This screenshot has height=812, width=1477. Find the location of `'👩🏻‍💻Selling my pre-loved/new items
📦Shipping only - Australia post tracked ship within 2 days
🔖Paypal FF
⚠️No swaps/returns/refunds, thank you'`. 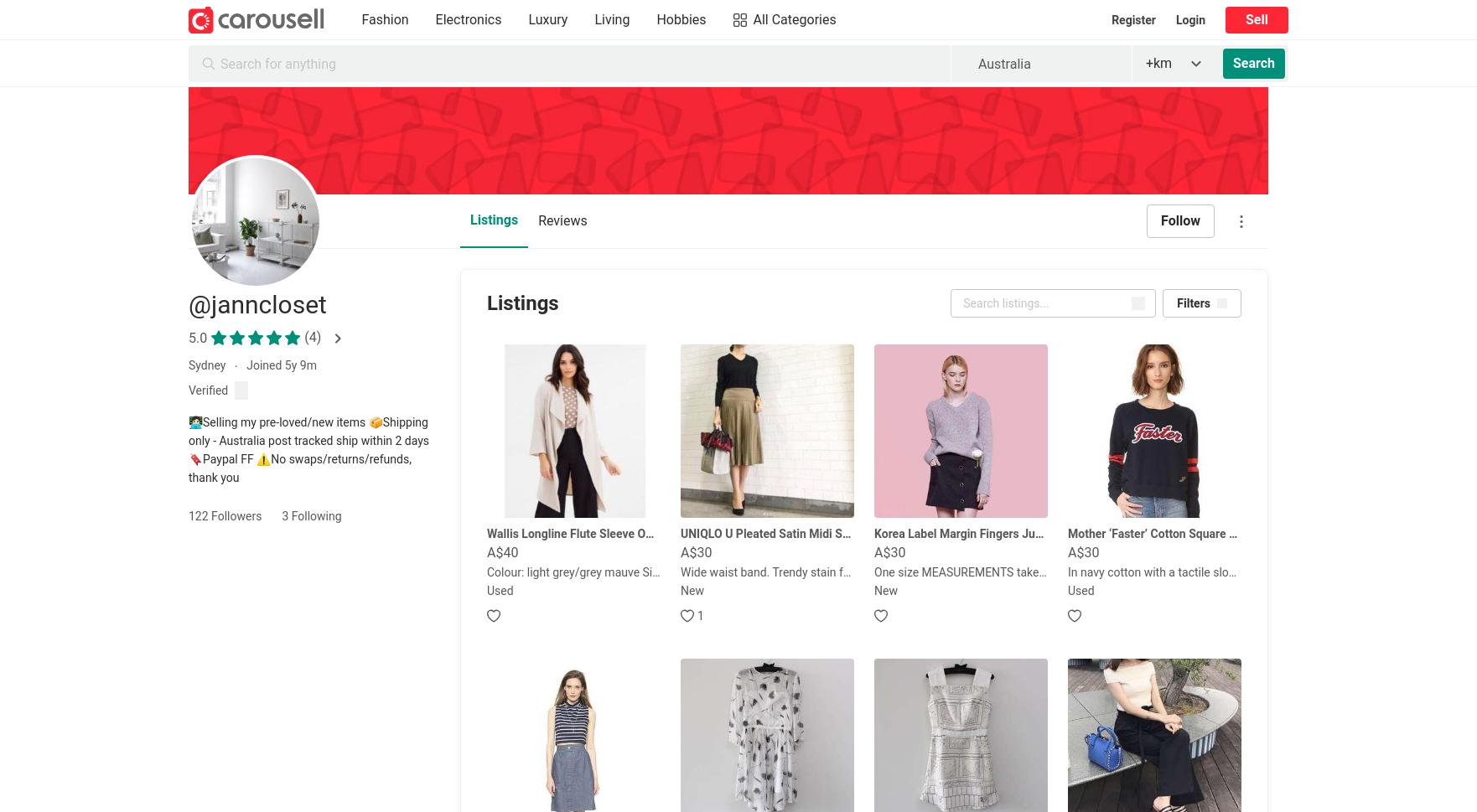

'👩🏻‍💻Selling my pre-loved/new items
📦Shipping only - Australia post tracked ship within 2 days
🔖Paypal FF
⚠️No swaps/returns/refunds, thank you' is located at coordinates (308, 450).